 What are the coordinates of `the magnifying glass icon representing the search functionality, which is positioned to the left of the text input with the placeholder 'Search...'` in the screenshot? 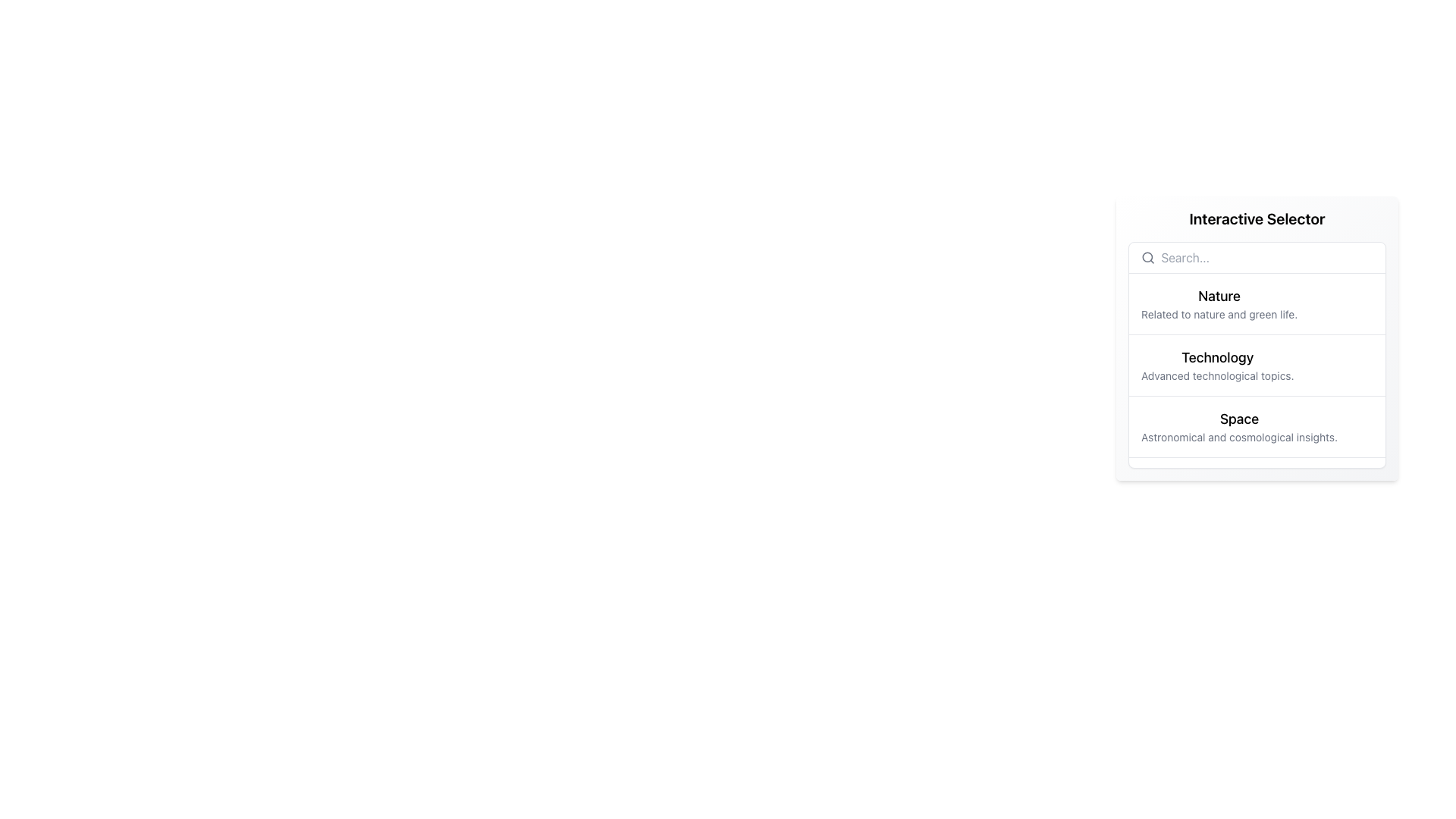 It's located at (1148, 256).